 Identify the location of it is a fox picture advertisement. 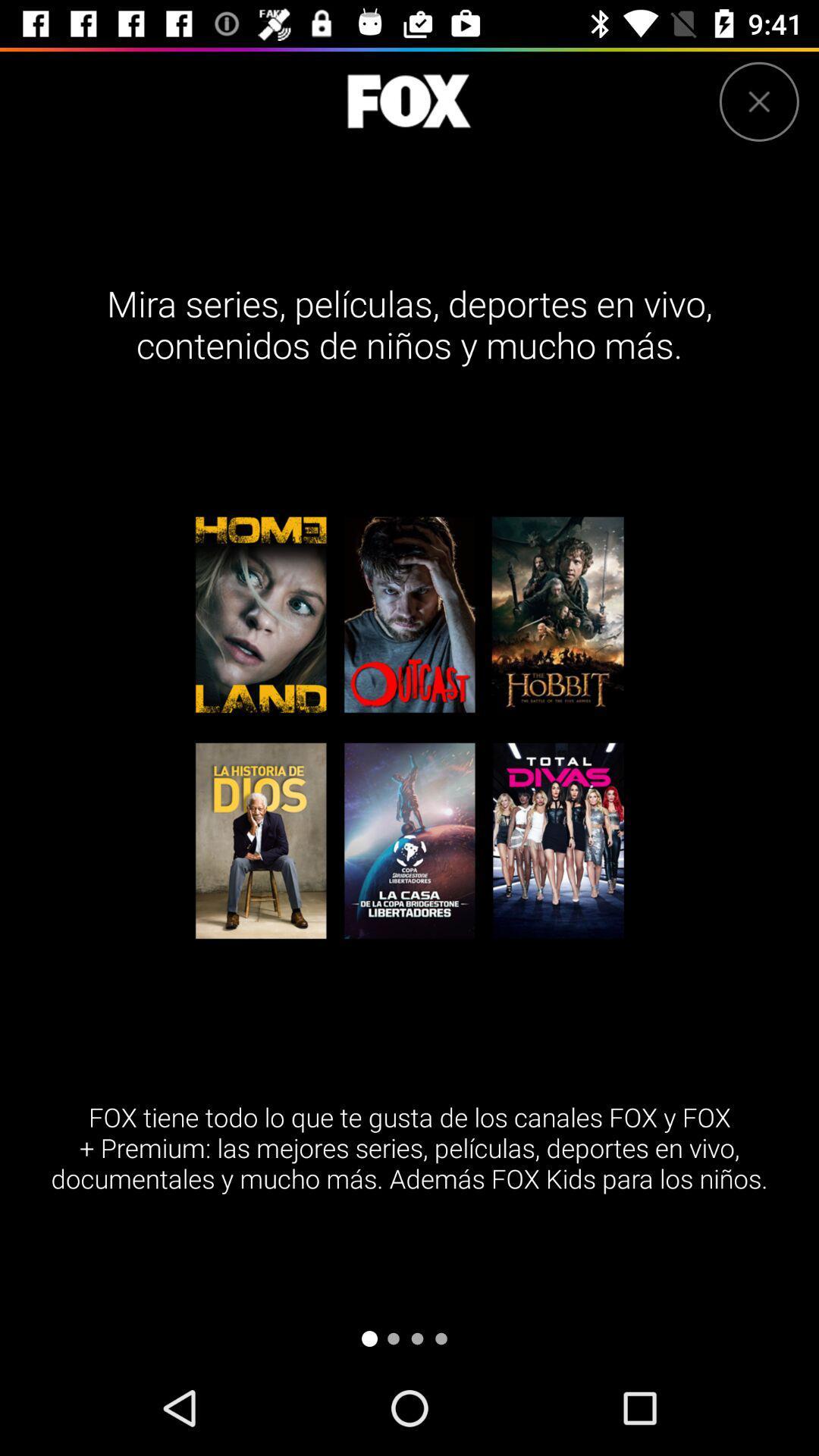
(408, 101).